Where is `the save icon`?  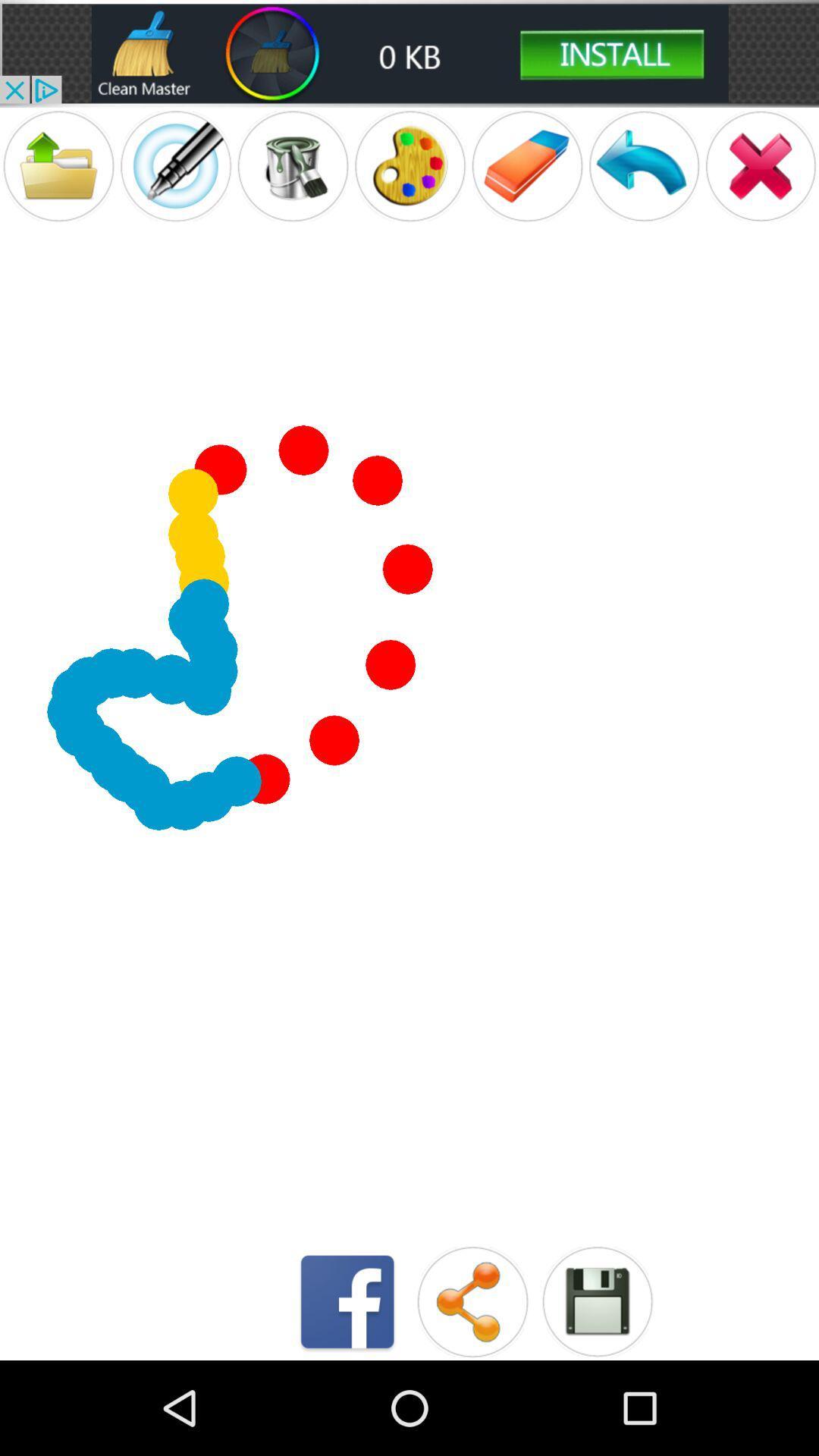
the save icon is located at coordinates (596, 1392).